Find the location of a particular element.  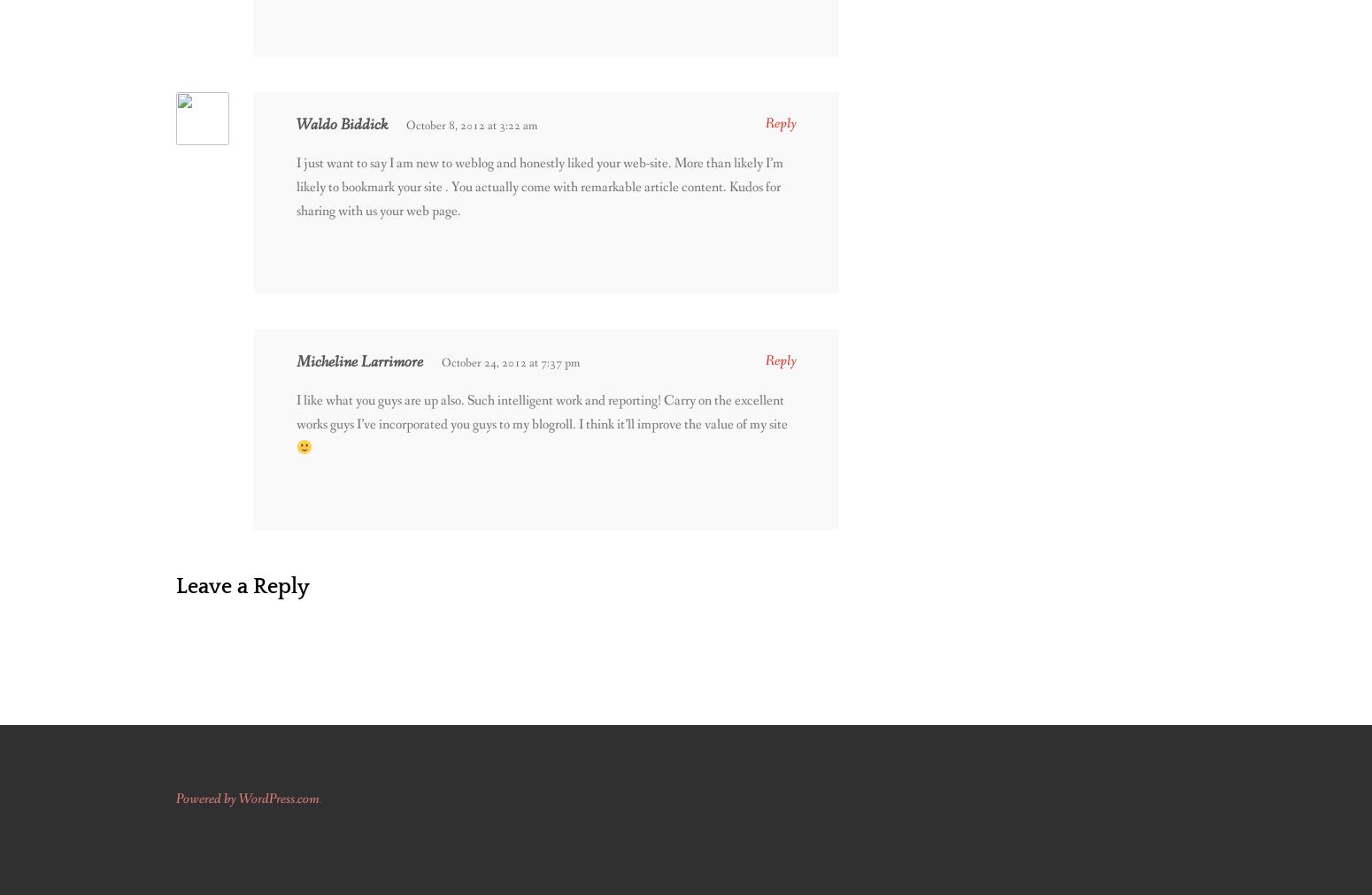

'Powered by WordPress.com' is located at coordinates (247, 798).